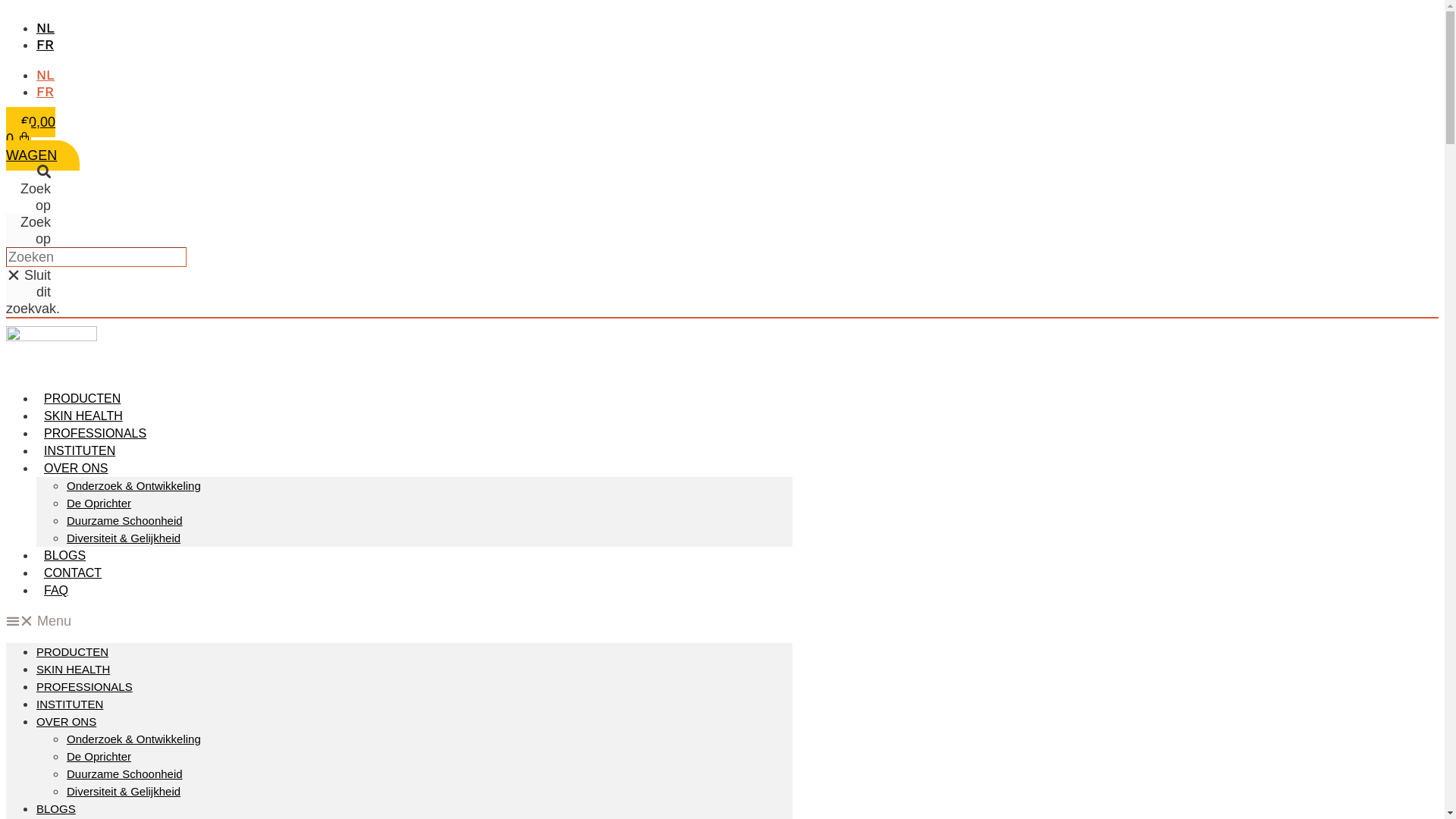 This screenshot has width=1456, height=819. Describe the element at coordinates (75, 467) in the screenshot. I see `'OVER ONS'` at that location.